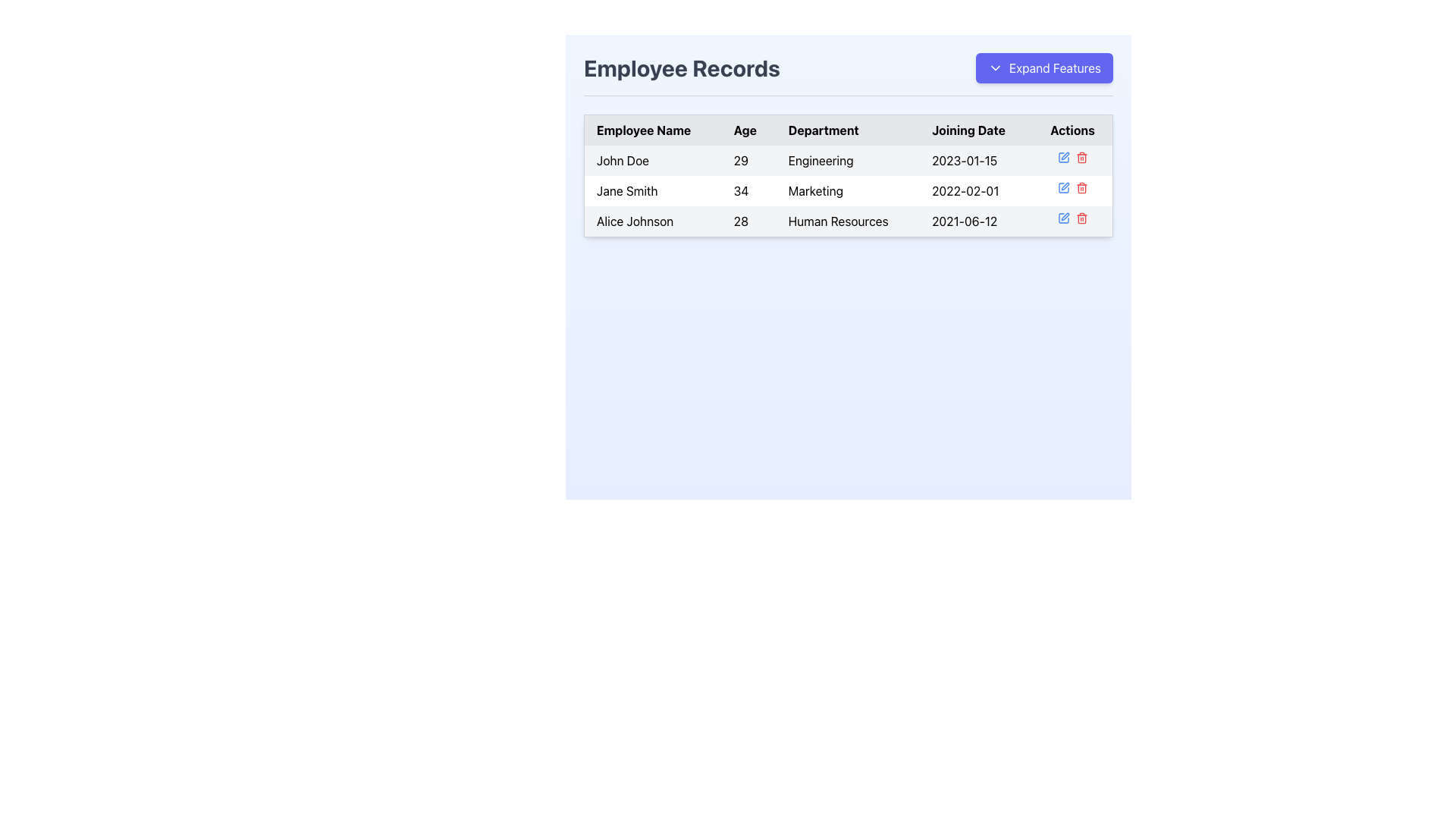 The height and width of the screenshot is (819, 1456). What do you see at coordinates (1064, 216) in the screenshot?
I see `the pen tool icon in the 'Actions' column of Alice Johnson's row in the table` at bounding box center [1064, 216].